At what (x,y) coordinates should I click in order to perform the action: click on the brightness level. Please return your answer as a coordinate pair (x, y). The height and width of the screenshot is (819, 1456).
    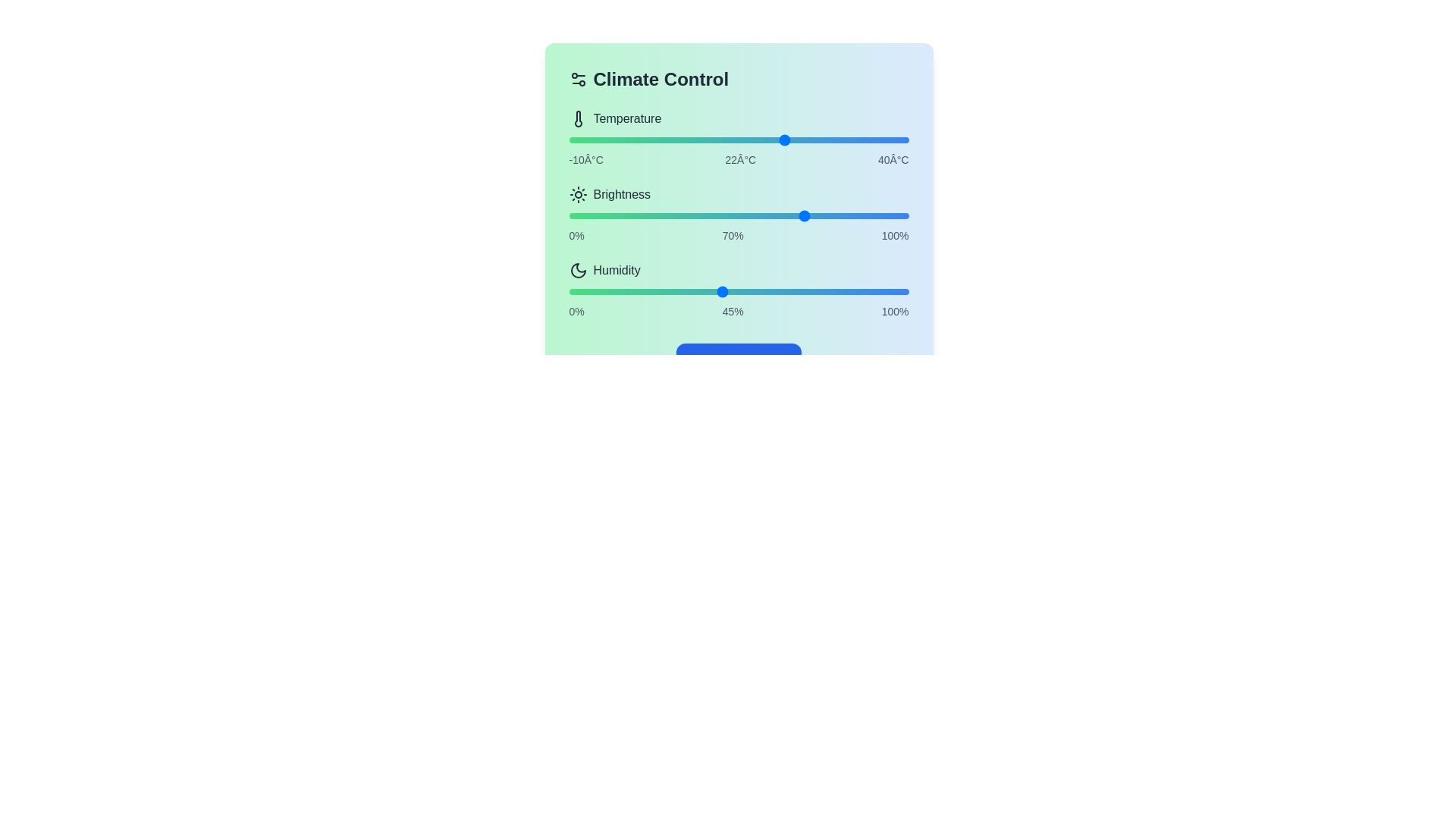
    Looking at the image, I should click on (651, 216).